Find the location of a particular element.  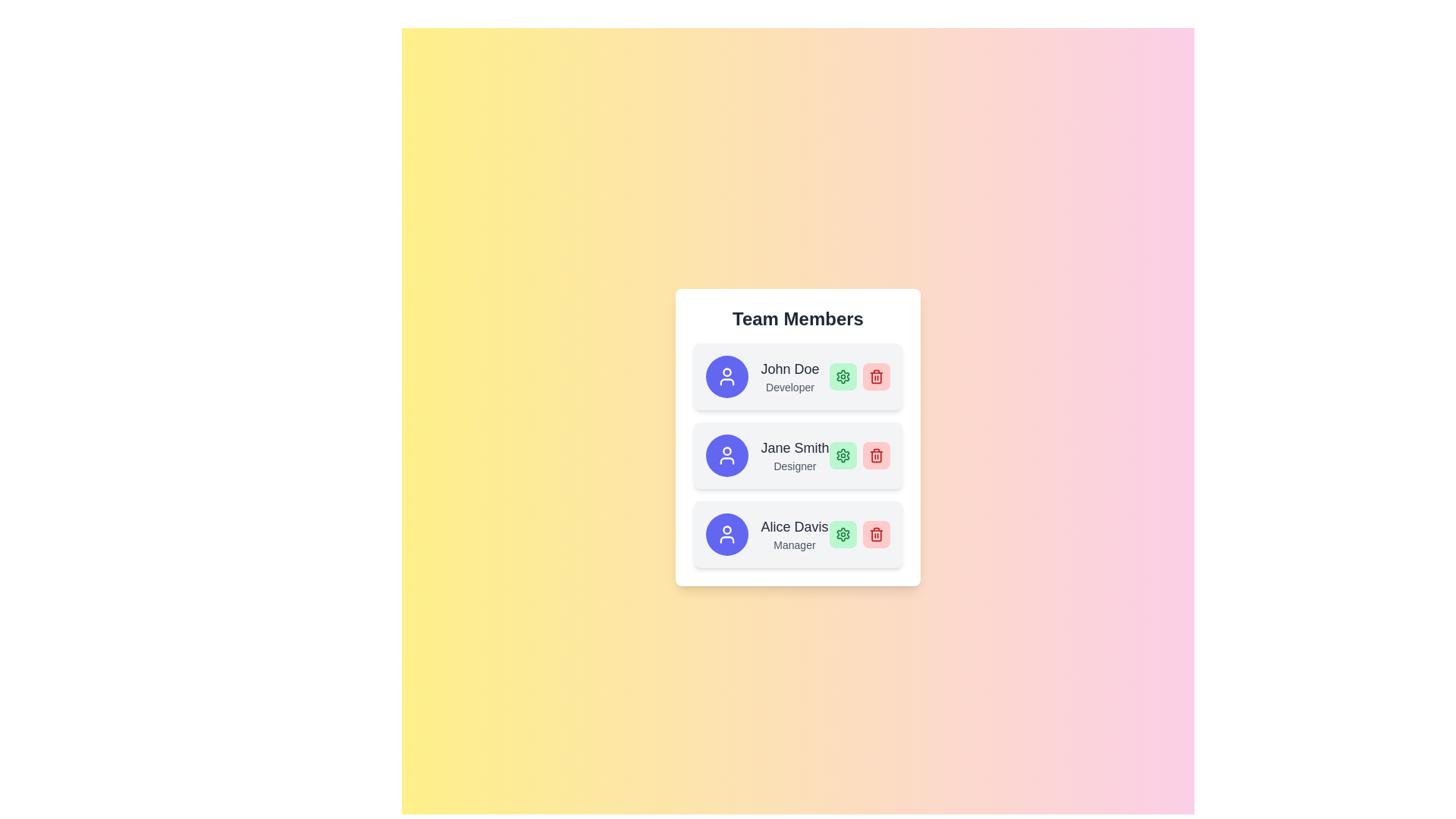

the green circular settings button with a gear icon located to the right of the 'Manager' title in the card for 'Alice Davis' is located at coordinates (842, 534).